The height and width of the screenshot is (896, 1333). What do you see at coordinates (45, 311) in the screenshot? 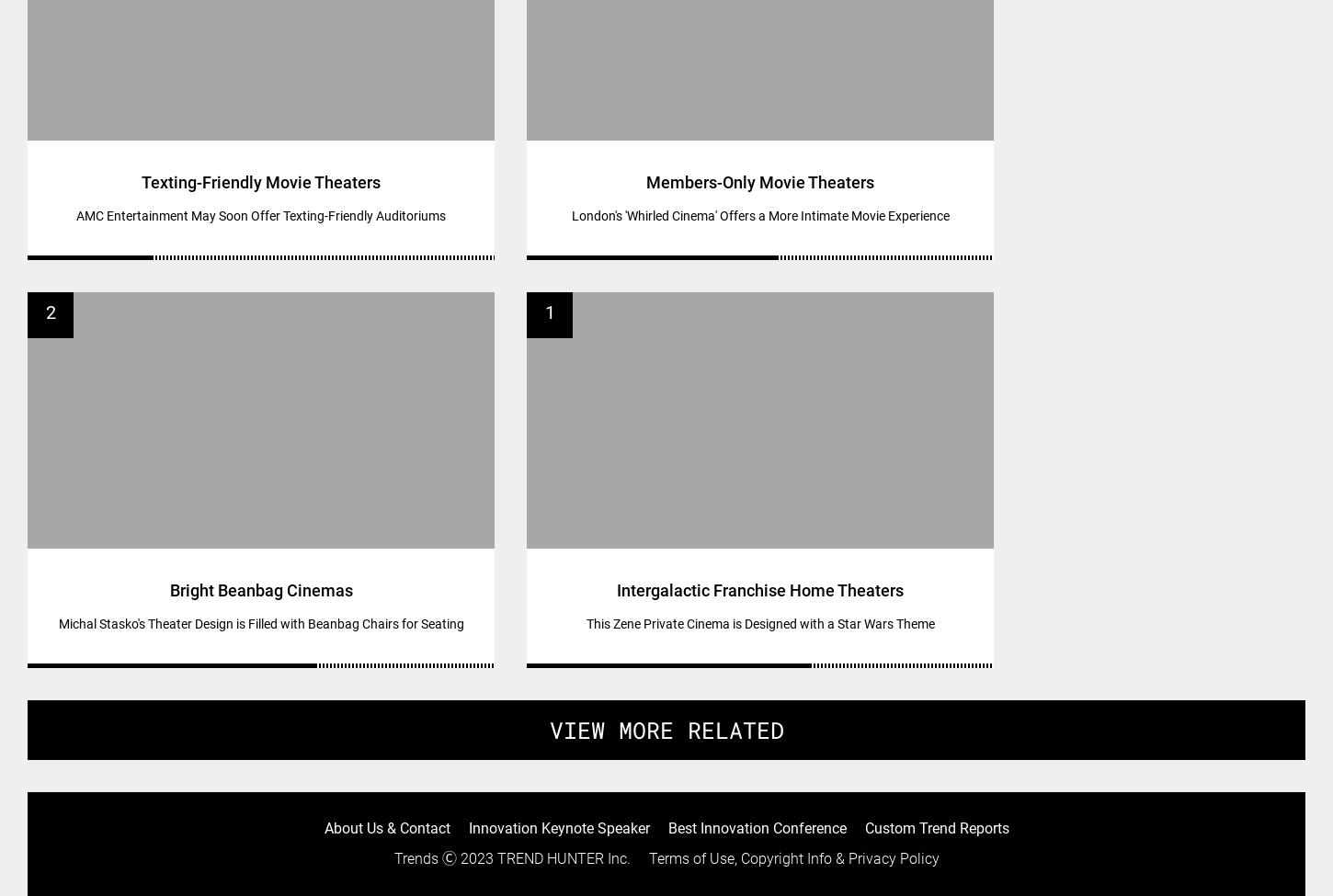
I see `'2'` at bounding box center [45, 311].